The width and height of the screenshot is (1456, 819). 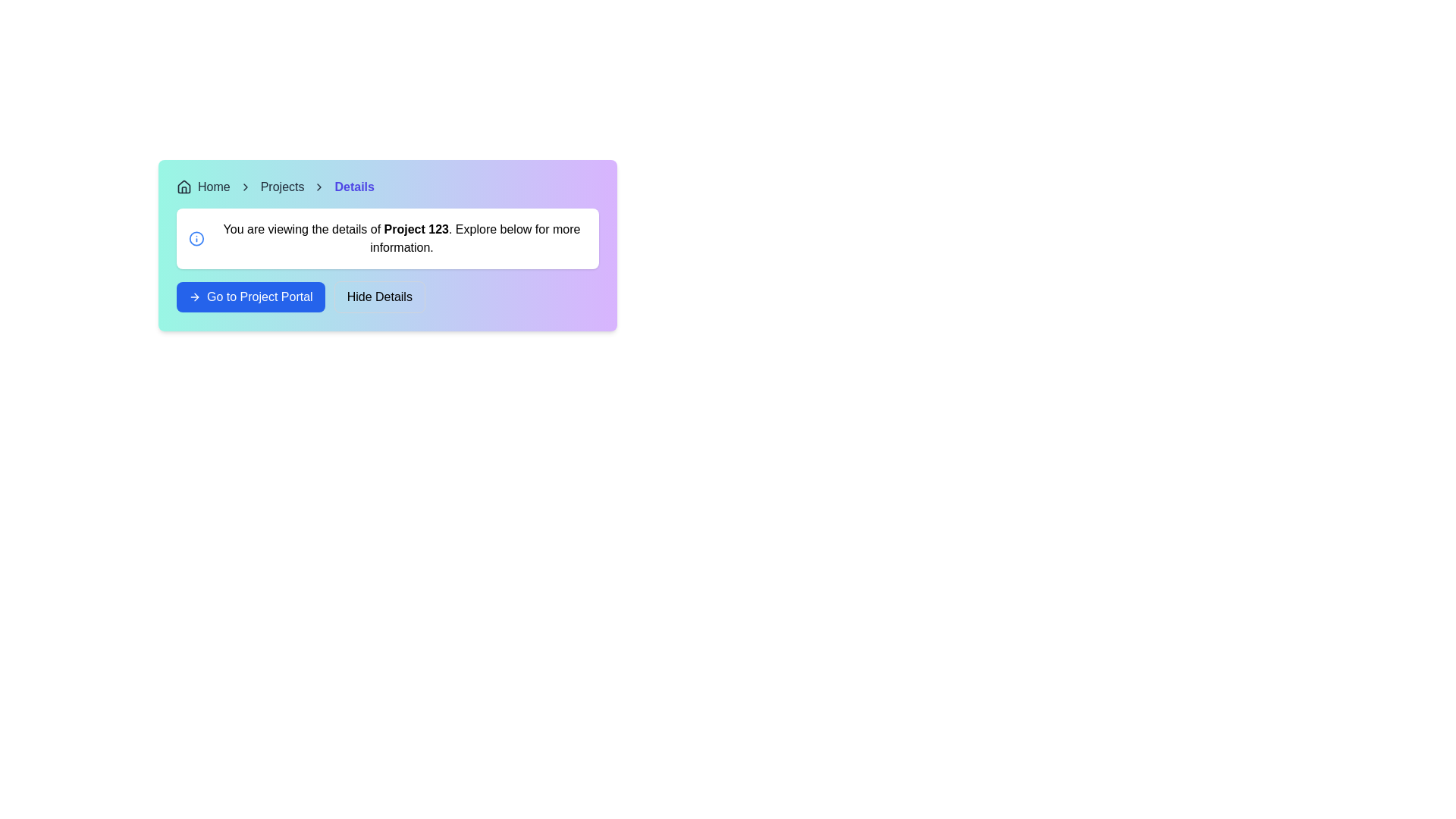 I want to click on the text element that describes 'Project 123' within the sentence 'You are viewing the details of Project 123.', so click(x=416, y=229).